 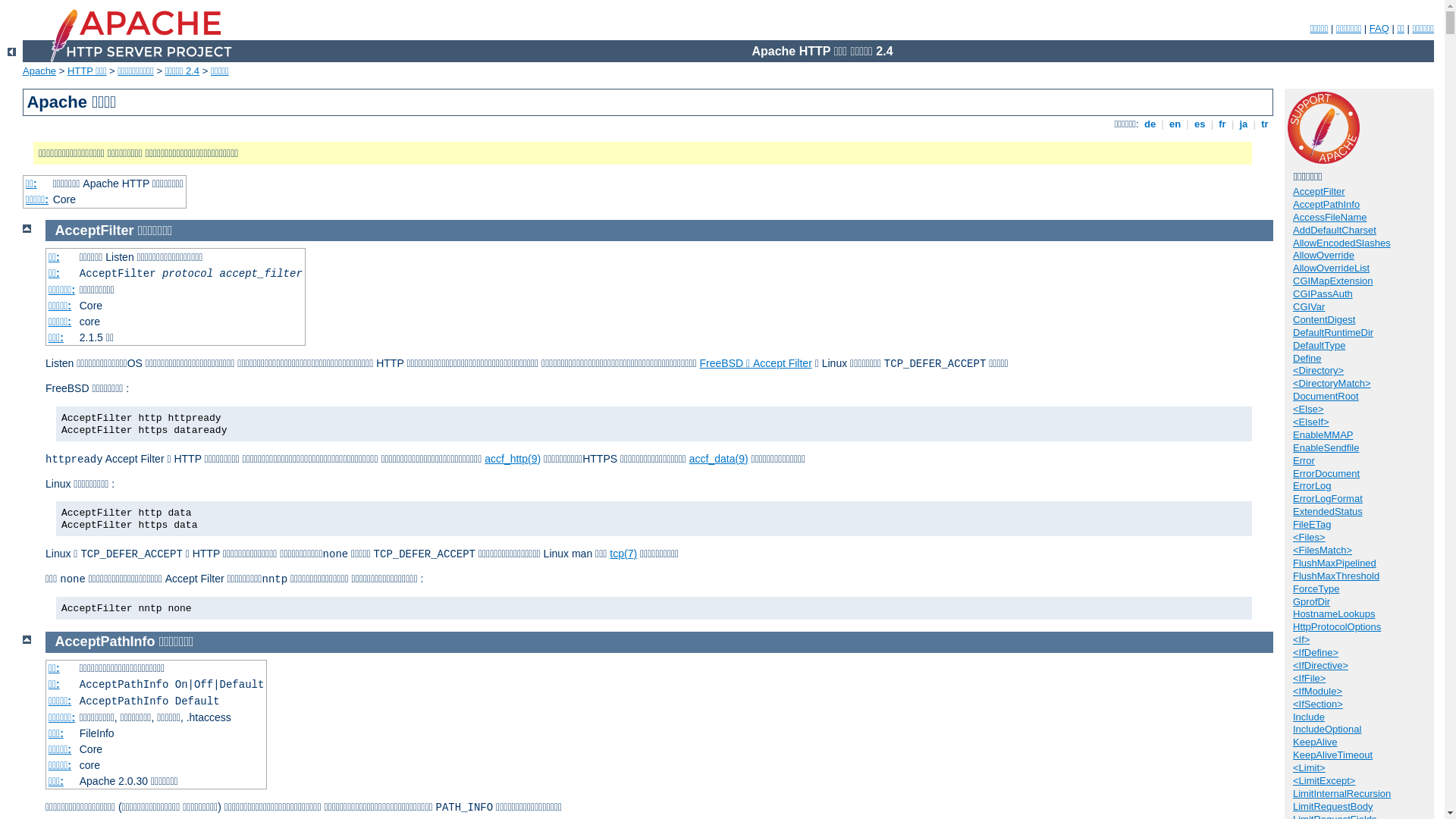 I want to click on 'CGIVar', so click(x=1308, y=306).